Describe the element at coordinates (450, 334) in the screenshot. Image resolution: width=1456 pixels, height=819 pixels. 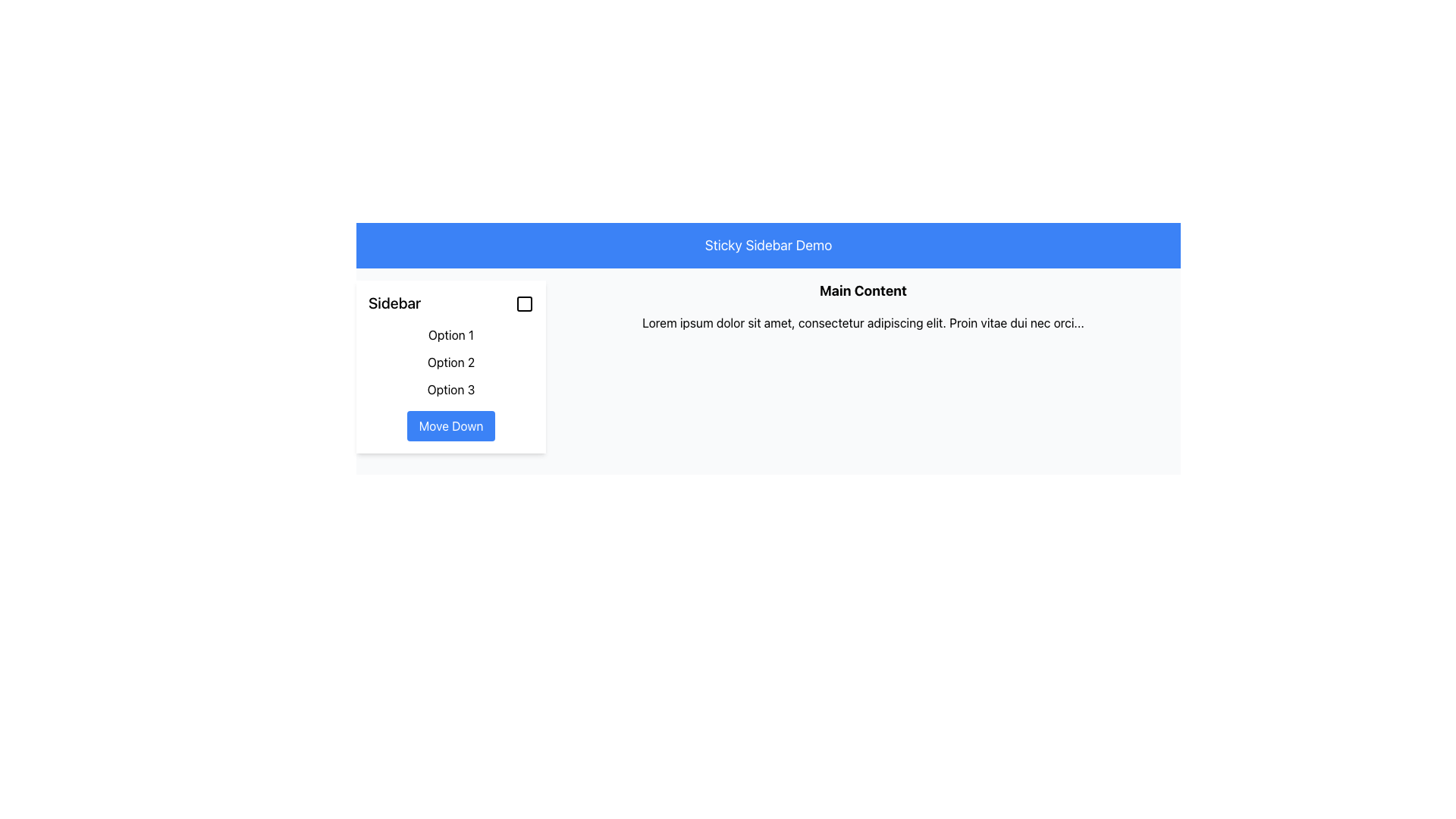
I see `the text label 'Option 1' in the left sidebar below the 'Sidebar' heading` at that location.